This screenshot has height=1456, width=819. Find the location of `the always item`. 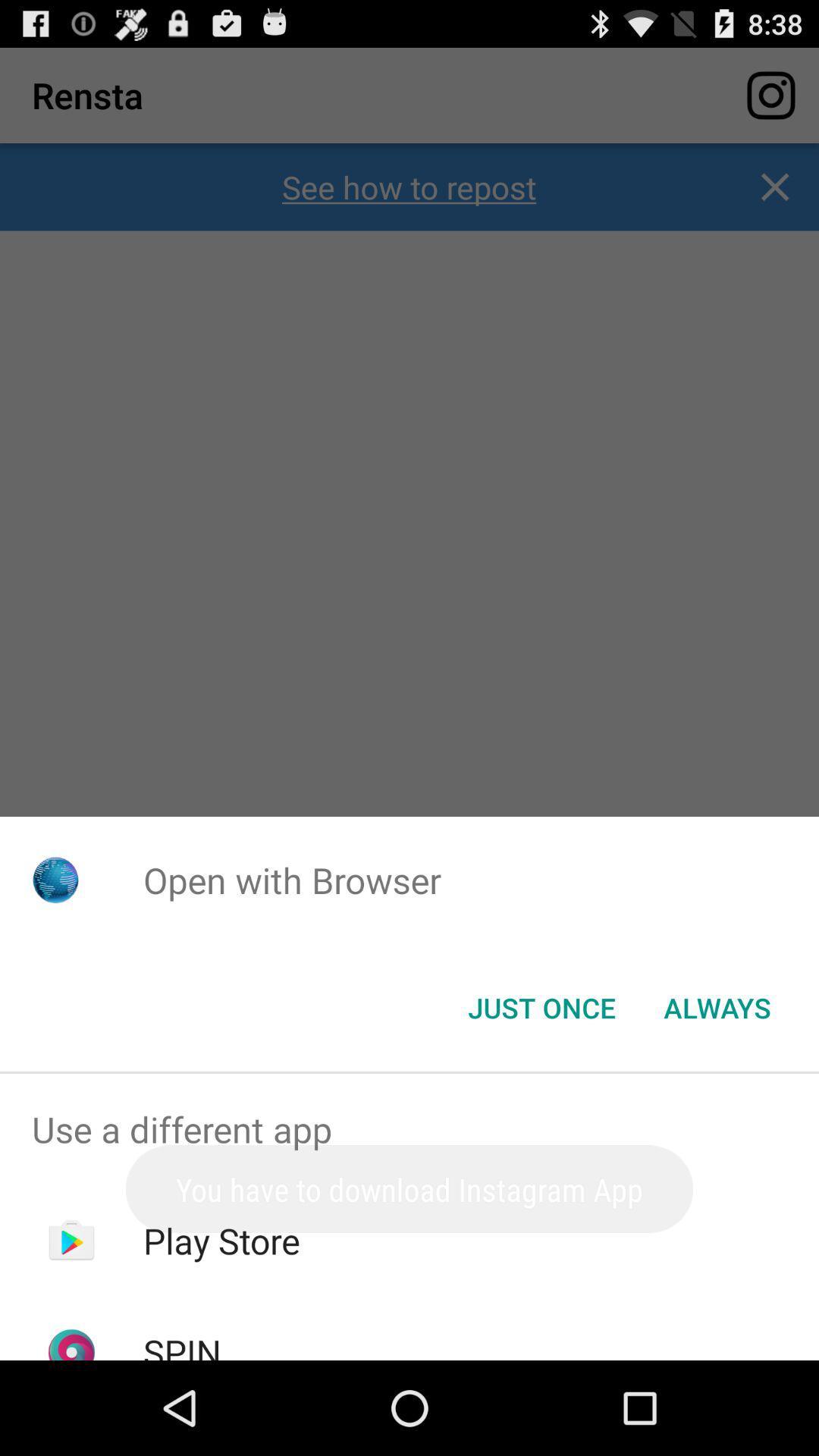

the always item is located at coordinates (717, 1008).